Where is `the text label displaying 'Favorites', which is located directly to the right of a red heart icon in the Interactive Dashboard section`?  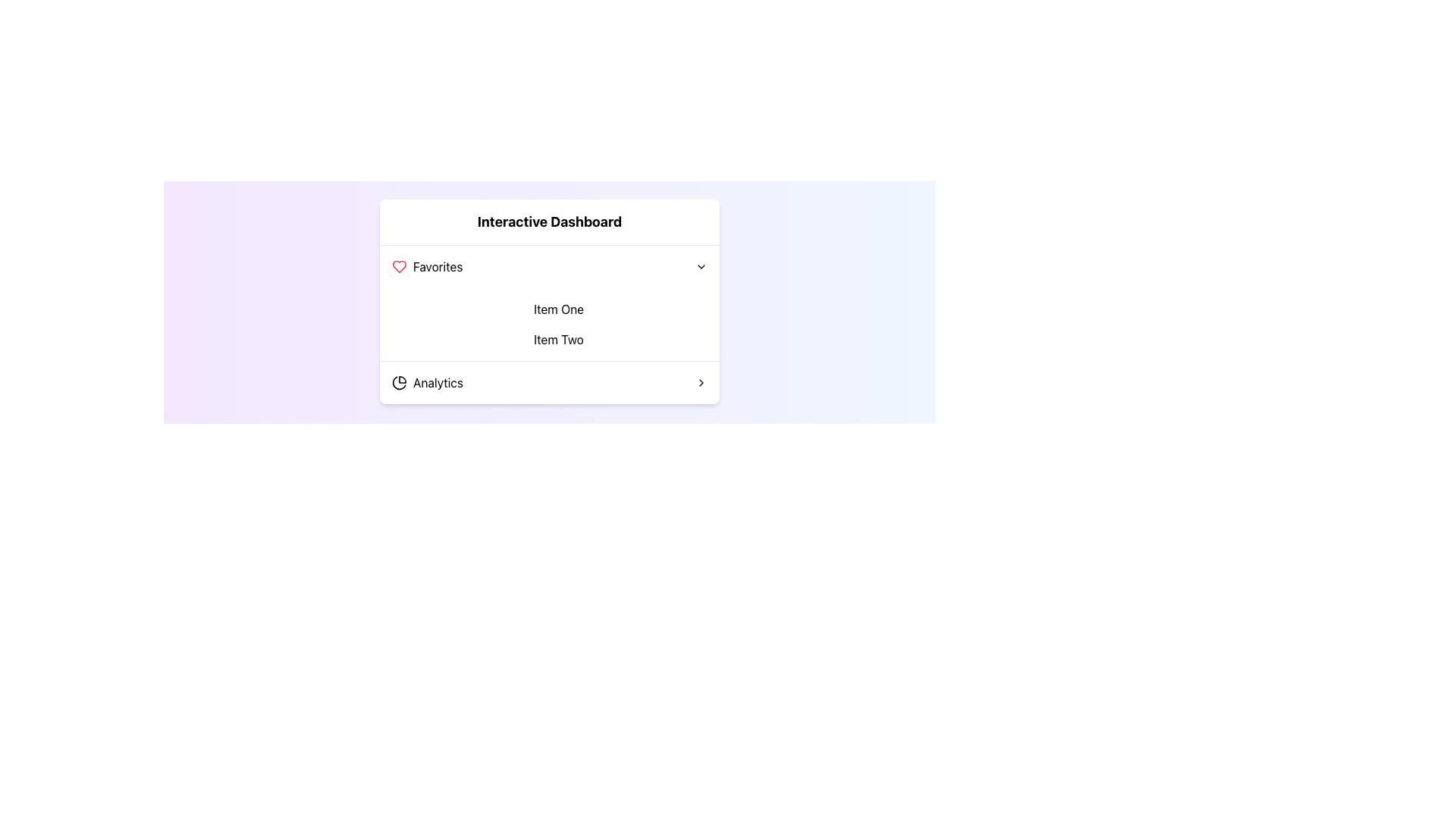 the text label displaying 'Favorites', which is located directly to the right of a red heart icon in the Interactive Dashboard section is located at coordinates (437, 265).